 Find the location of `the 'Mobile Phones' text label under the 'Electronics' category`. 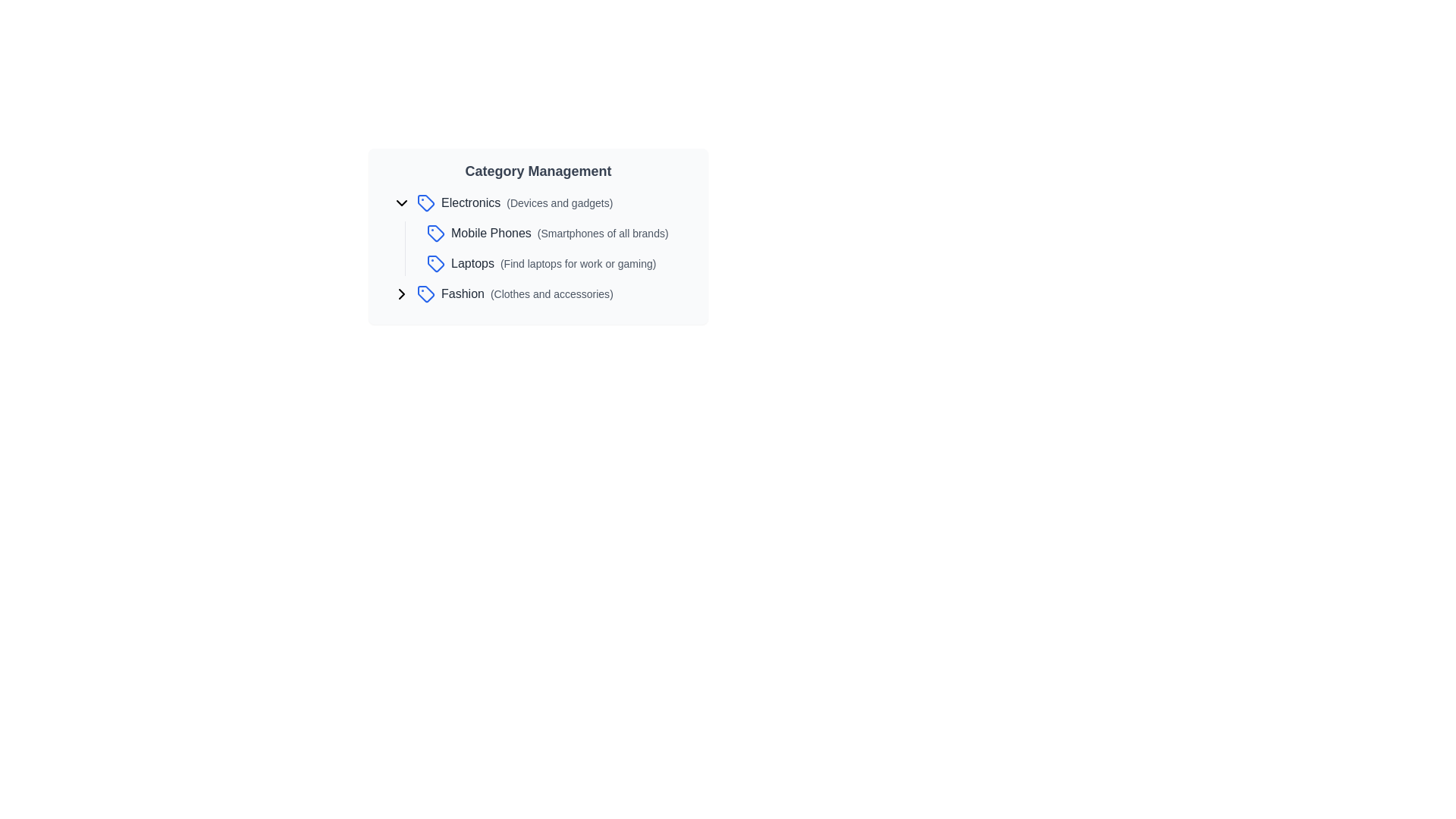

the 'Mobile Phones' text label under the 'Electronics' category is located at coordinates (491, 233).